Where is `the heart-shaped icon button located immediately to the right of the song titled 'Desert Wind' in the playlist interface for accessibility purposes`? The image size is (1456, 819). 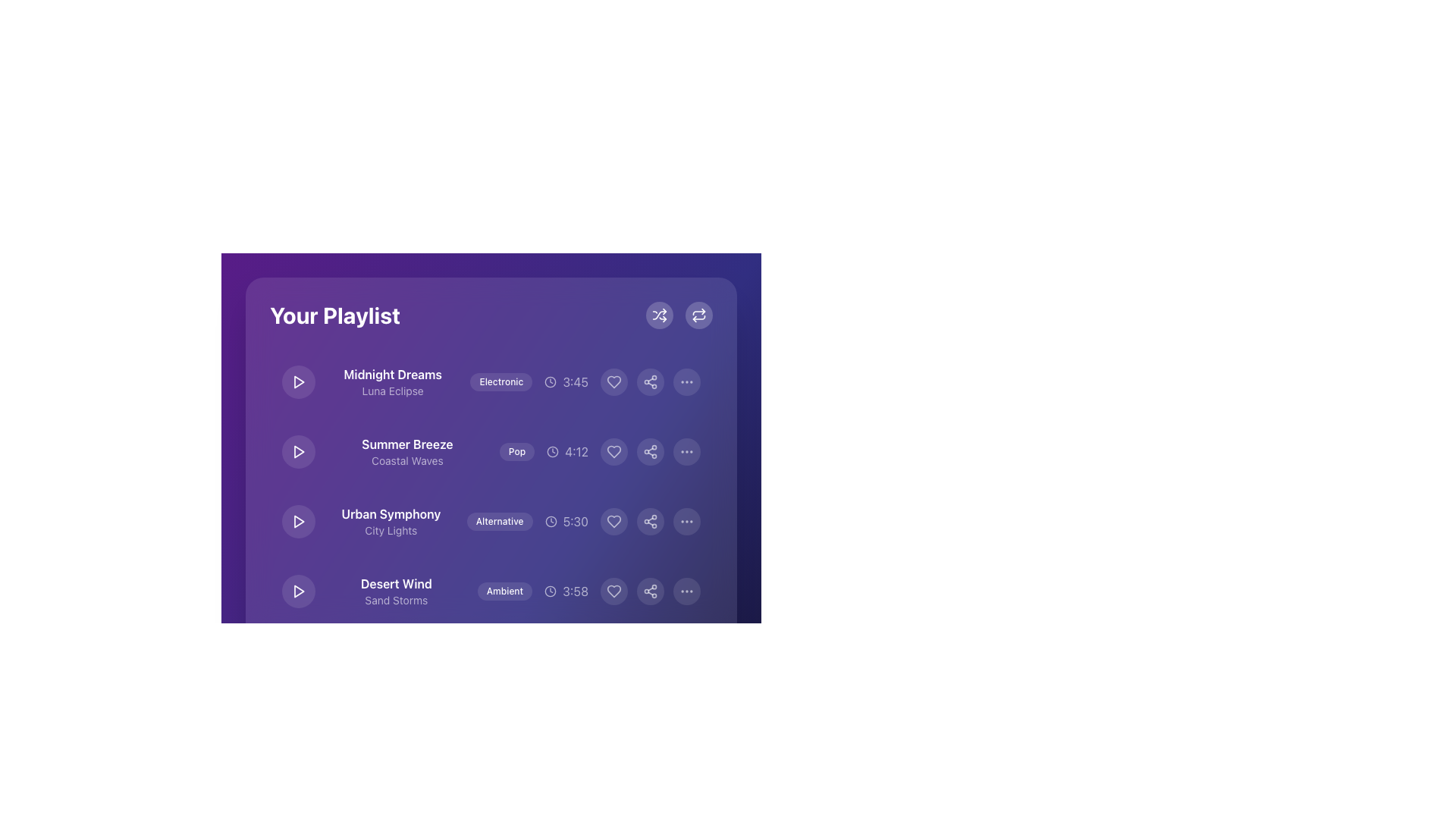
the heart-shaped icon button located immediately to the right of the song titled 'Desert Wind' in the playlist interface for accessibility purposes is located at coordinates (614, 660).